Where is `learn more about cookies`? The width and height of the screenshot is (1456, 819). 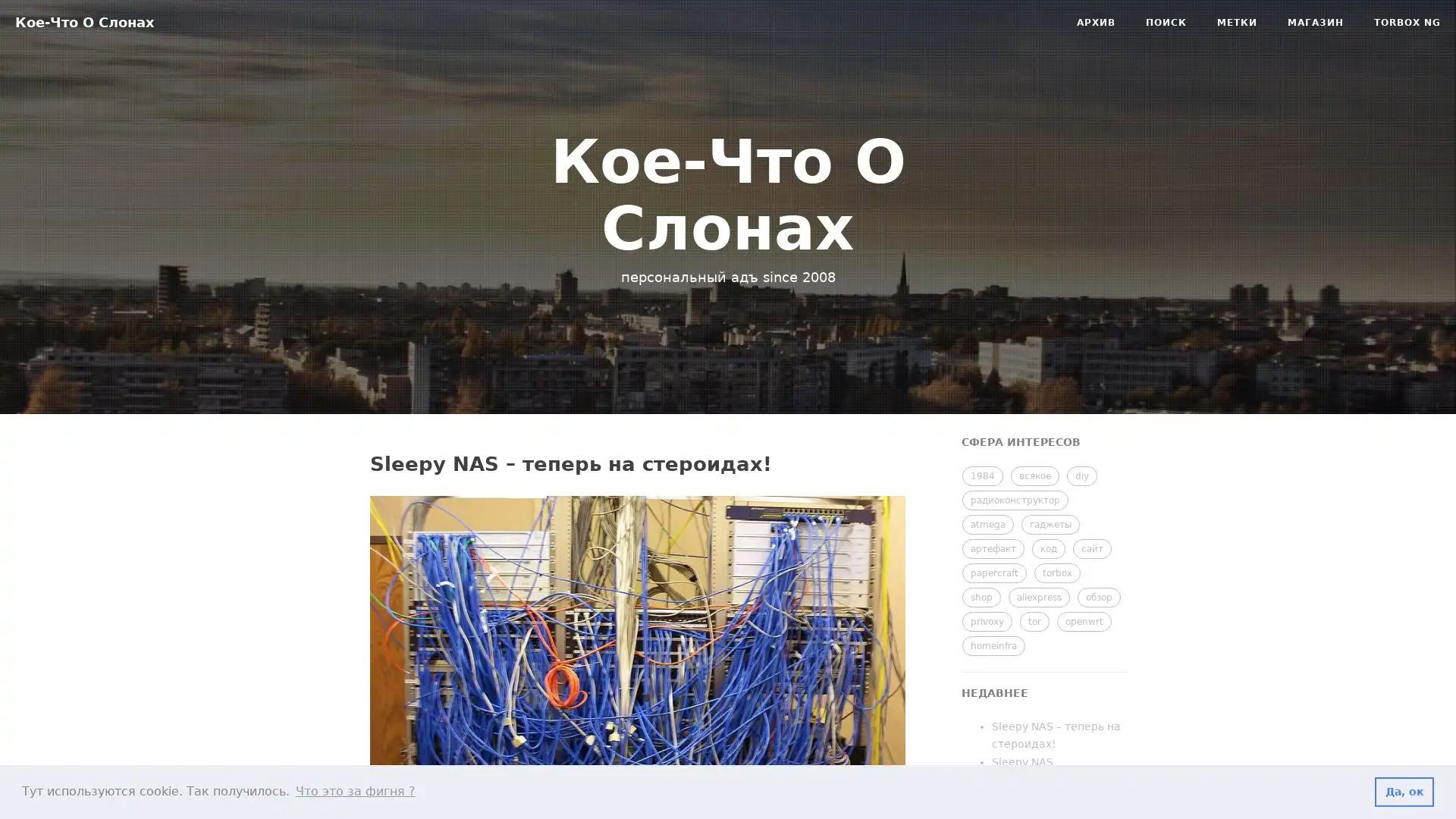 learn more about cookies is located at coordinates (354, 791).